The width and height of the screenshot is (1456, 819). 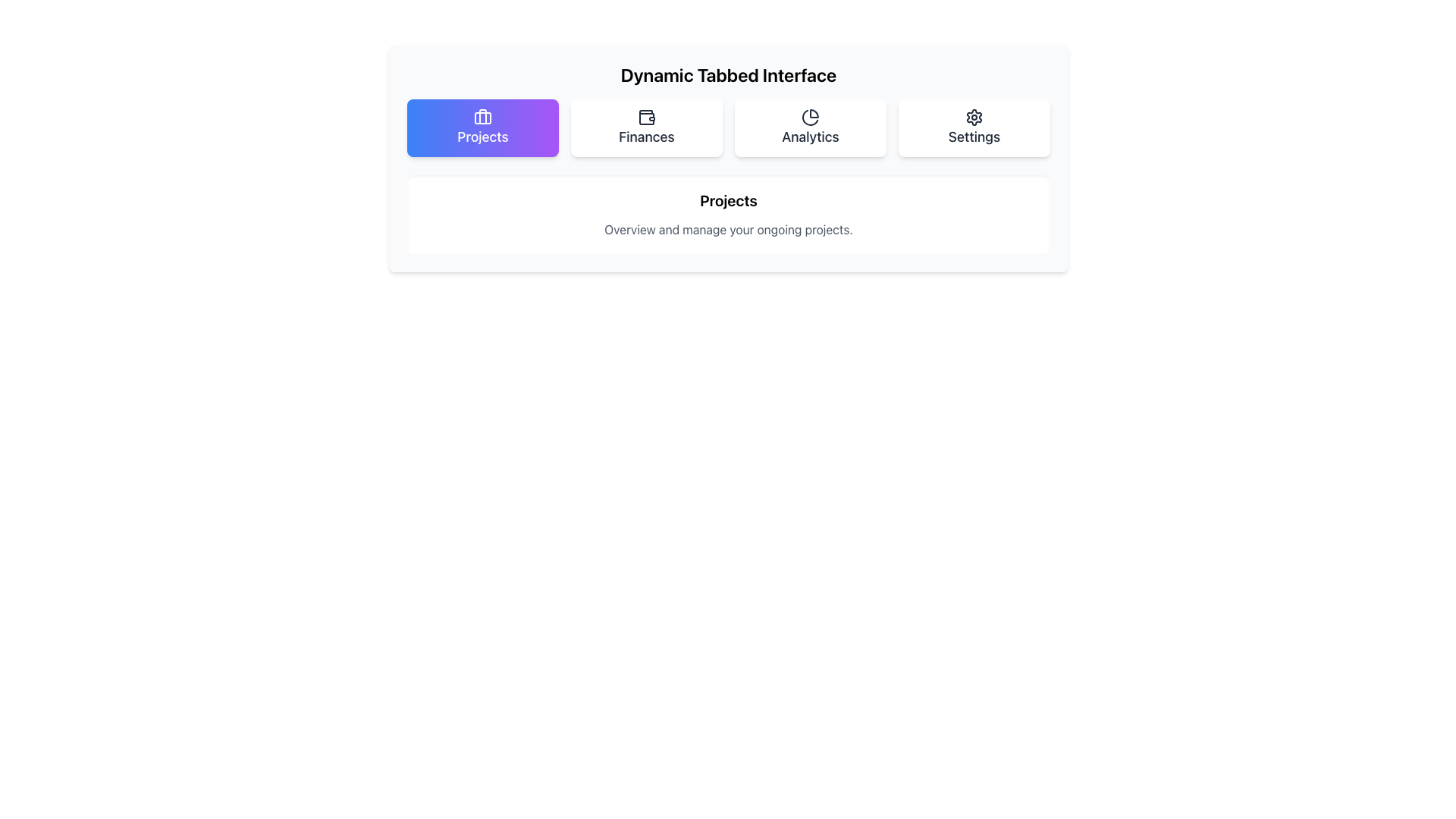 I want to click on the 'Analytics' text label located beneath the pie chart icon, so click(x=810, y=137).